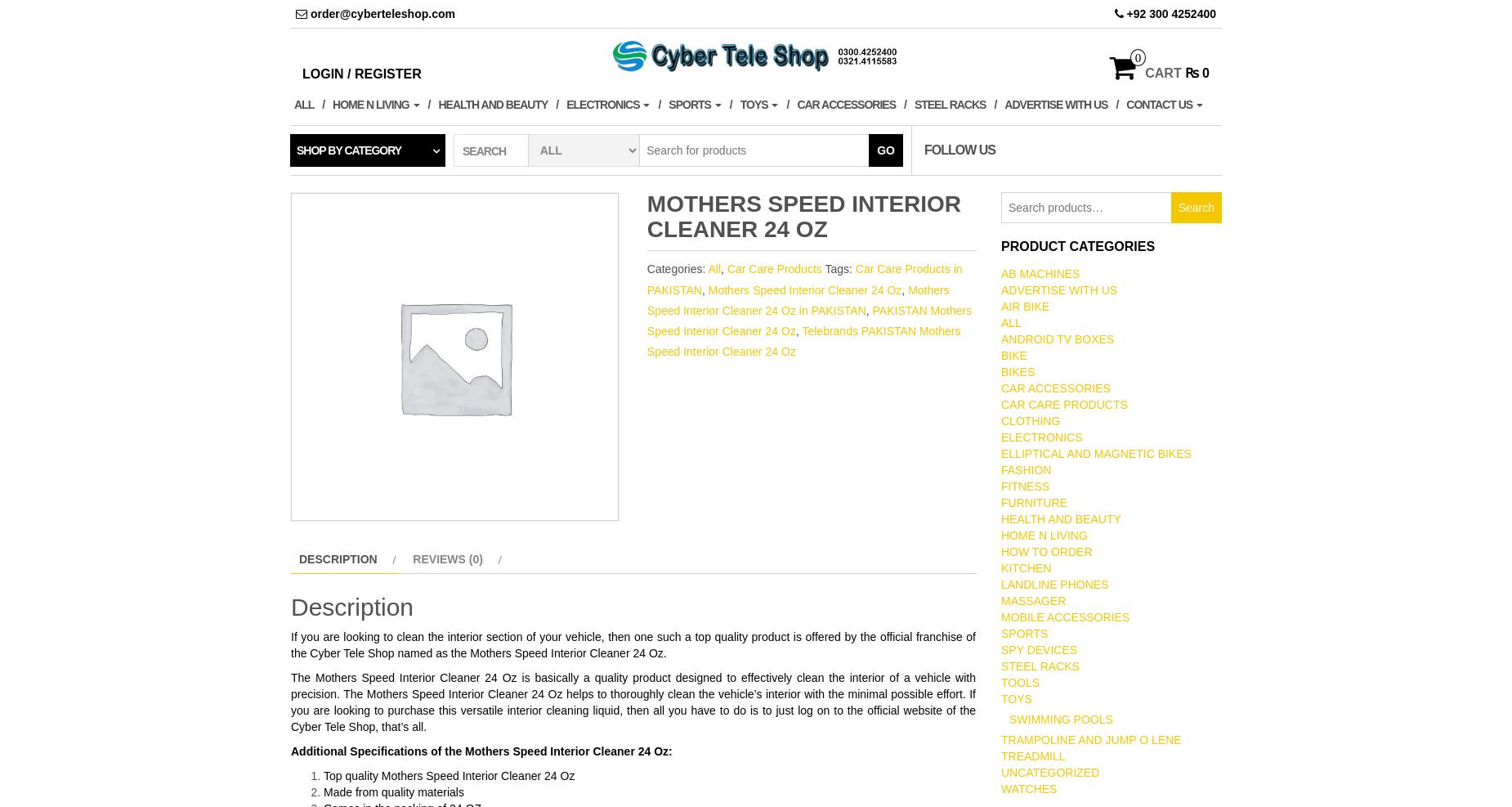 The width and height of the screenshot is (1512, 807). What do you see at coordinates (677, 267) in the screenshot?
I see `'Categories:'` at bounding box center [677, 267].